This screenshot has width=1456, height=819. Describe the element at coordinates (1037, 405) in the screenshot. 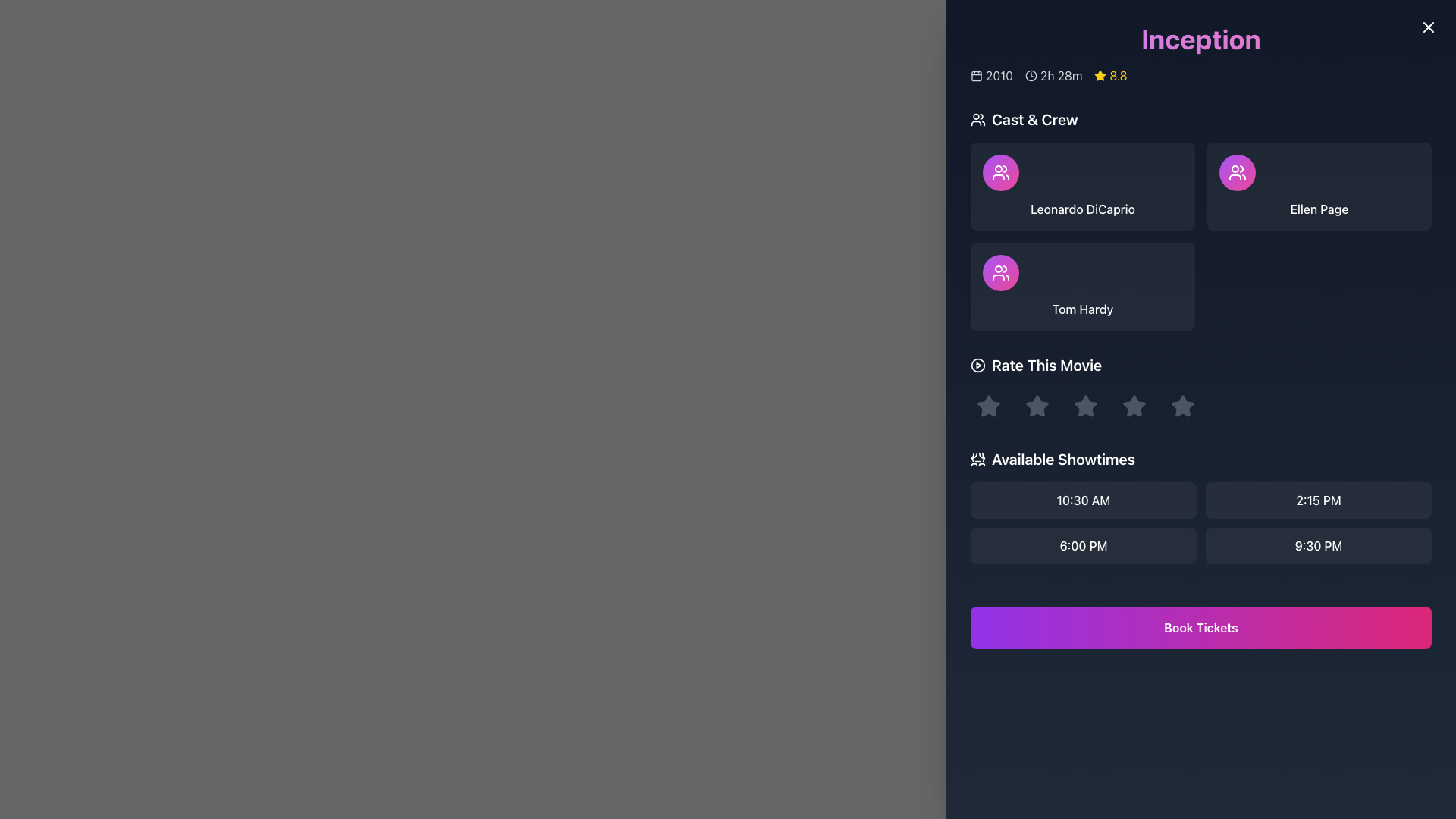

I see `the filled star-shaped icon in the 'Rate This Movie' section` at that location.